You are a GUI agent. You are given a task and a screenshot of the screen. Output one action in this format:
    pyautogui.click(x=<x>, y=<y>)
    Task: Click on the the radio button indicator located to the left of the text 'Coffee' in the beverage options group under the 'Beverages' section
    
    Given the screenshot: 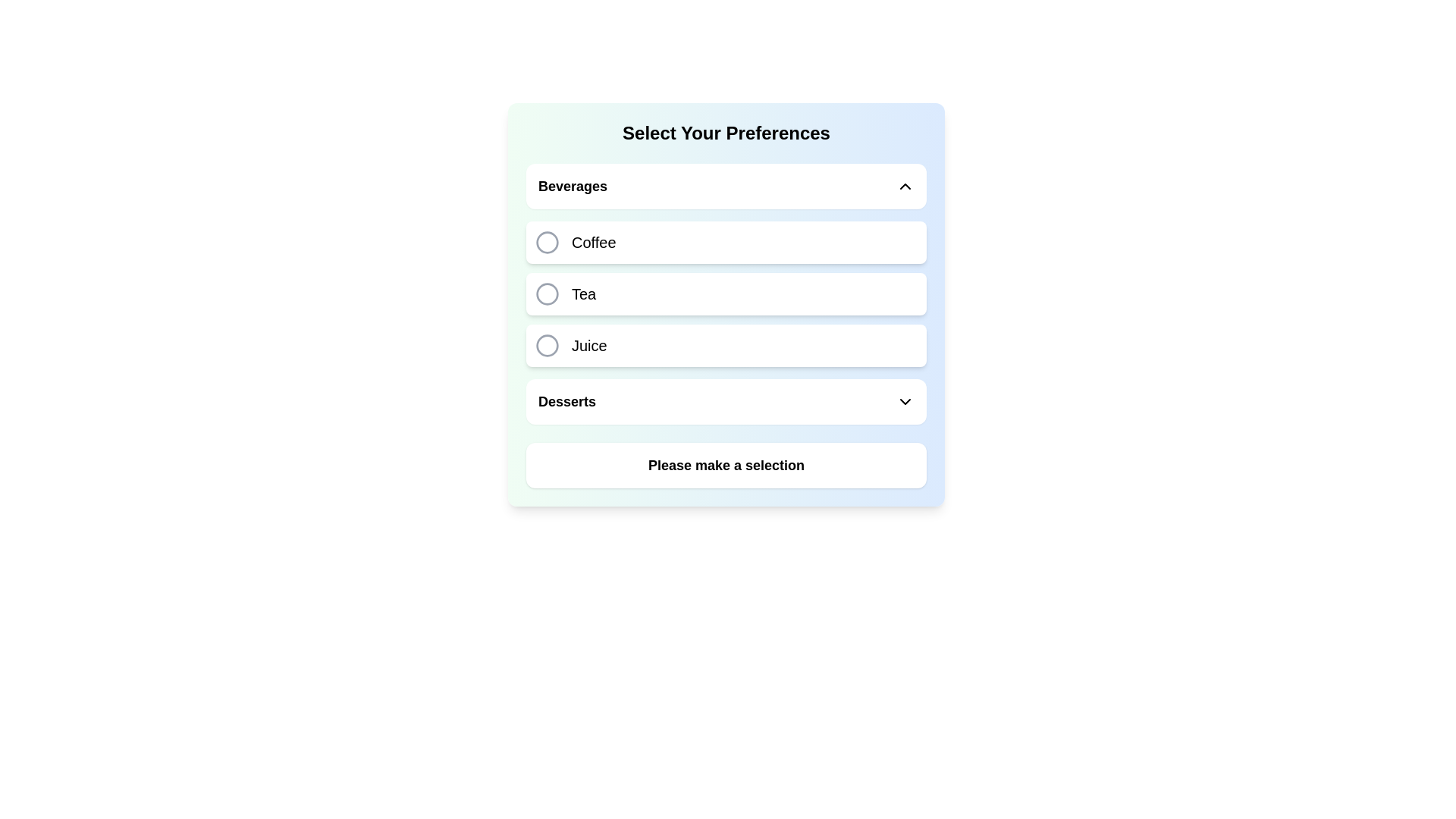 What is the action you would take?
    pyautogui.click(x=546, y=242)
    